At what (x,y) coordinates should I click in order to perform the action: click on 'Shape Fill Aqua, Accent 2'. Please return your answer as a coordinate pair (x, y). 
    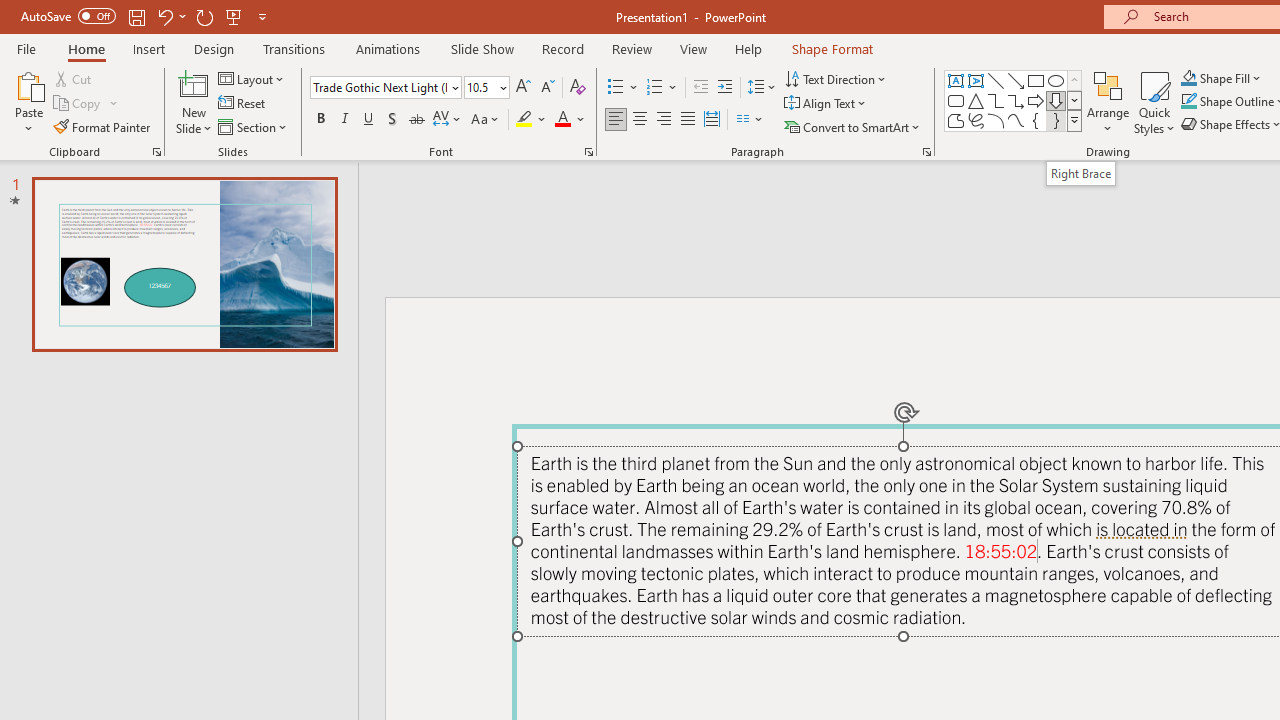
    Looking at the image, I should click on (1189, 77).